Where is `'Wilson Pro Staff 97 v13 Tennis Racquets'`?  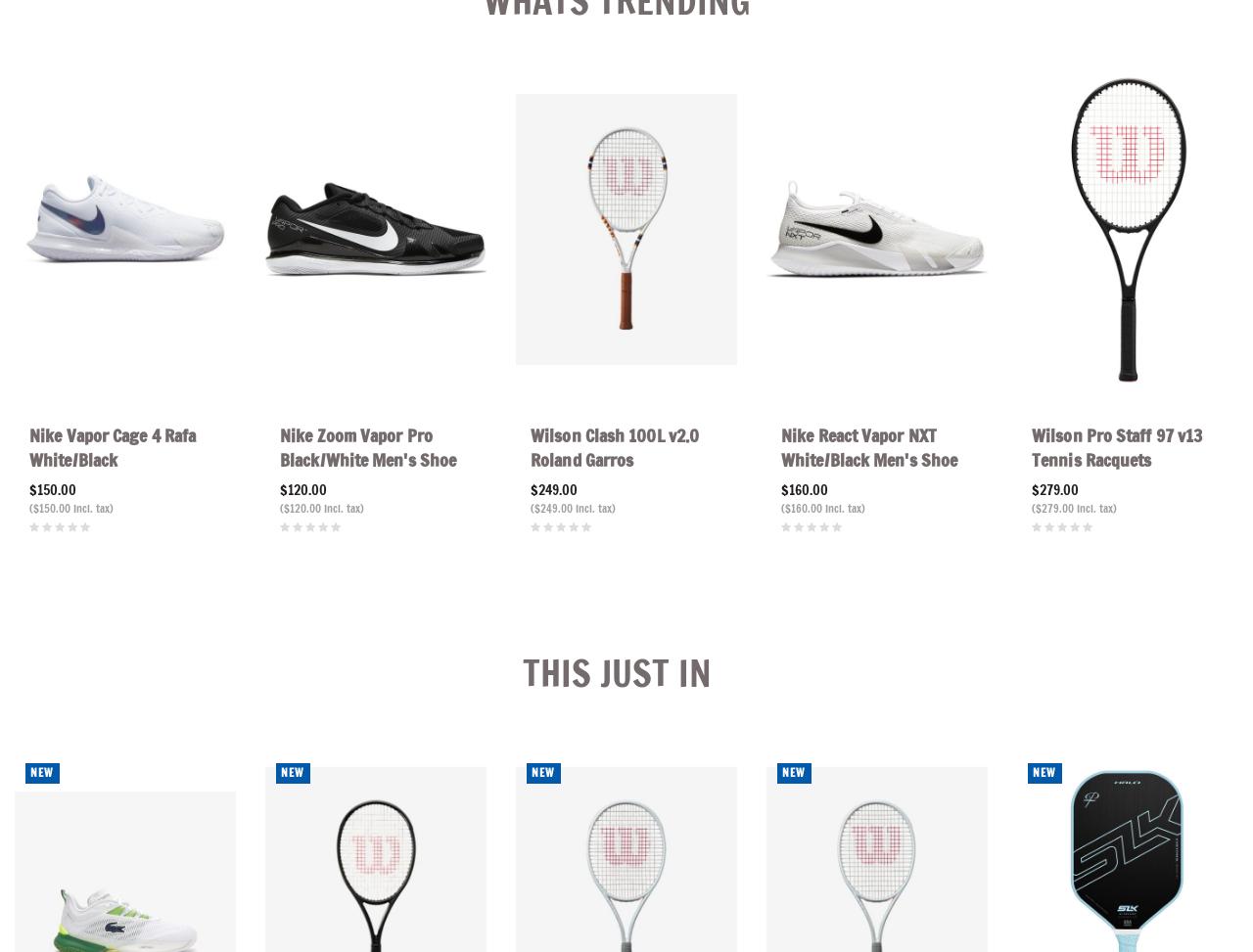 'Wilson Pro Staff 97 v13 Tennis Racquets' is located at coordinates (1116, 447).